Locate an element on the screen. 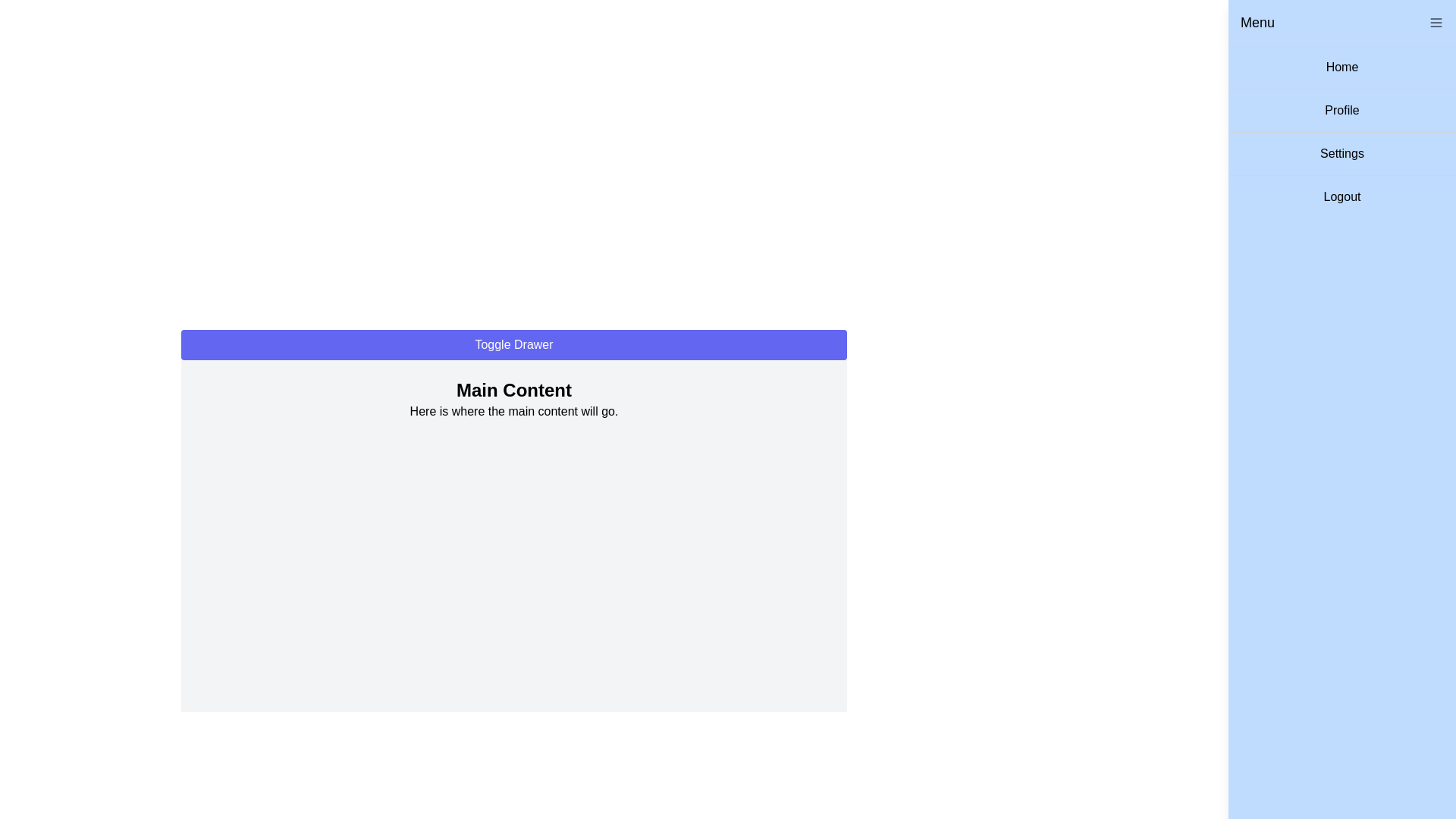 The height and width of the screenshot is (819, 1456). the Text Label positioned near the top-right corner of the menu panel, which indicates the section context for the menu options is located at coordinates (1257, 23).